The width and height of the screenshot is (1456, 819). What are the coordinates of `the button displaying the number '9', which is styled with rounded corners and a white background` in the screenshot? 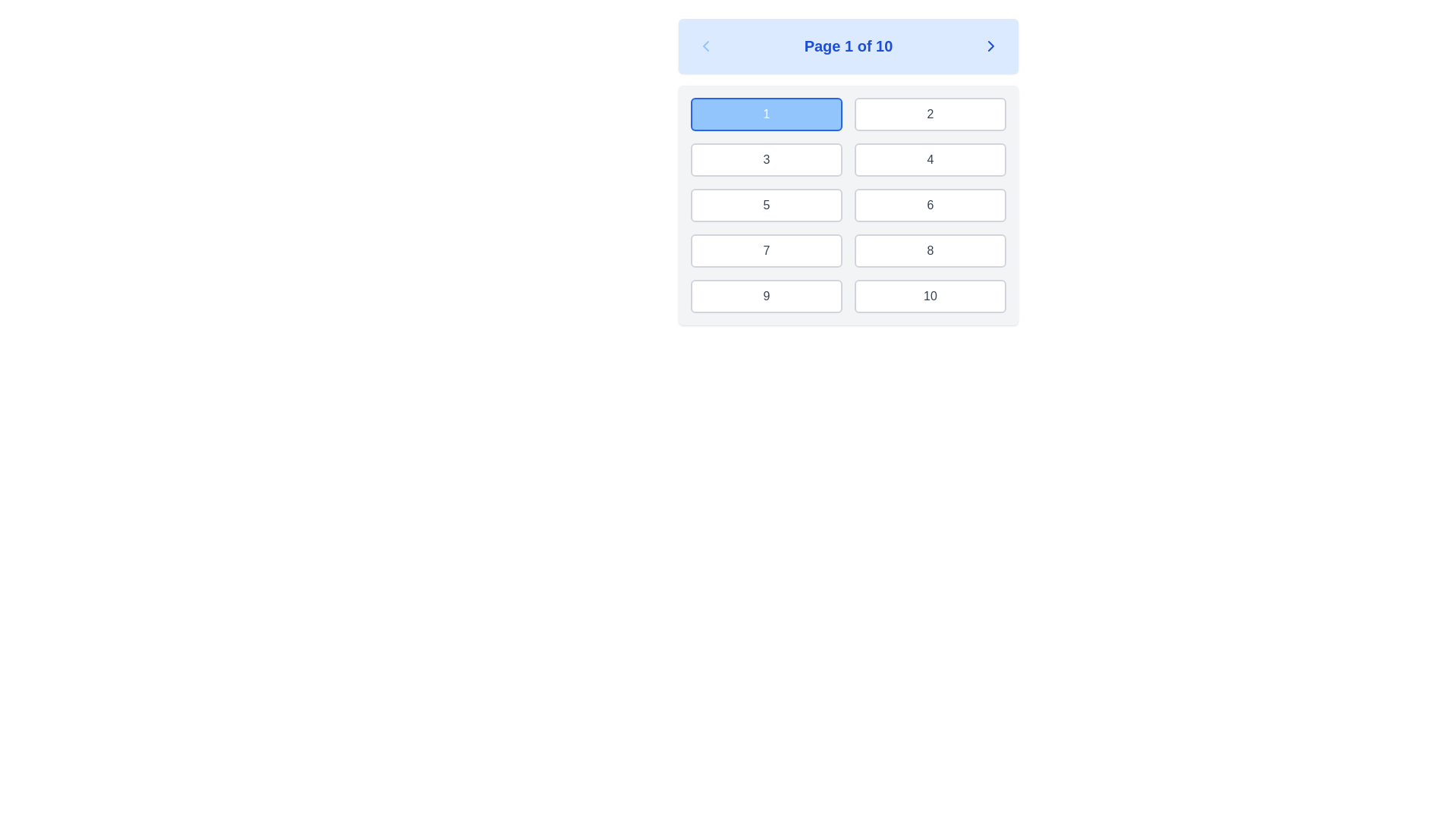 It's located at (767, 296).